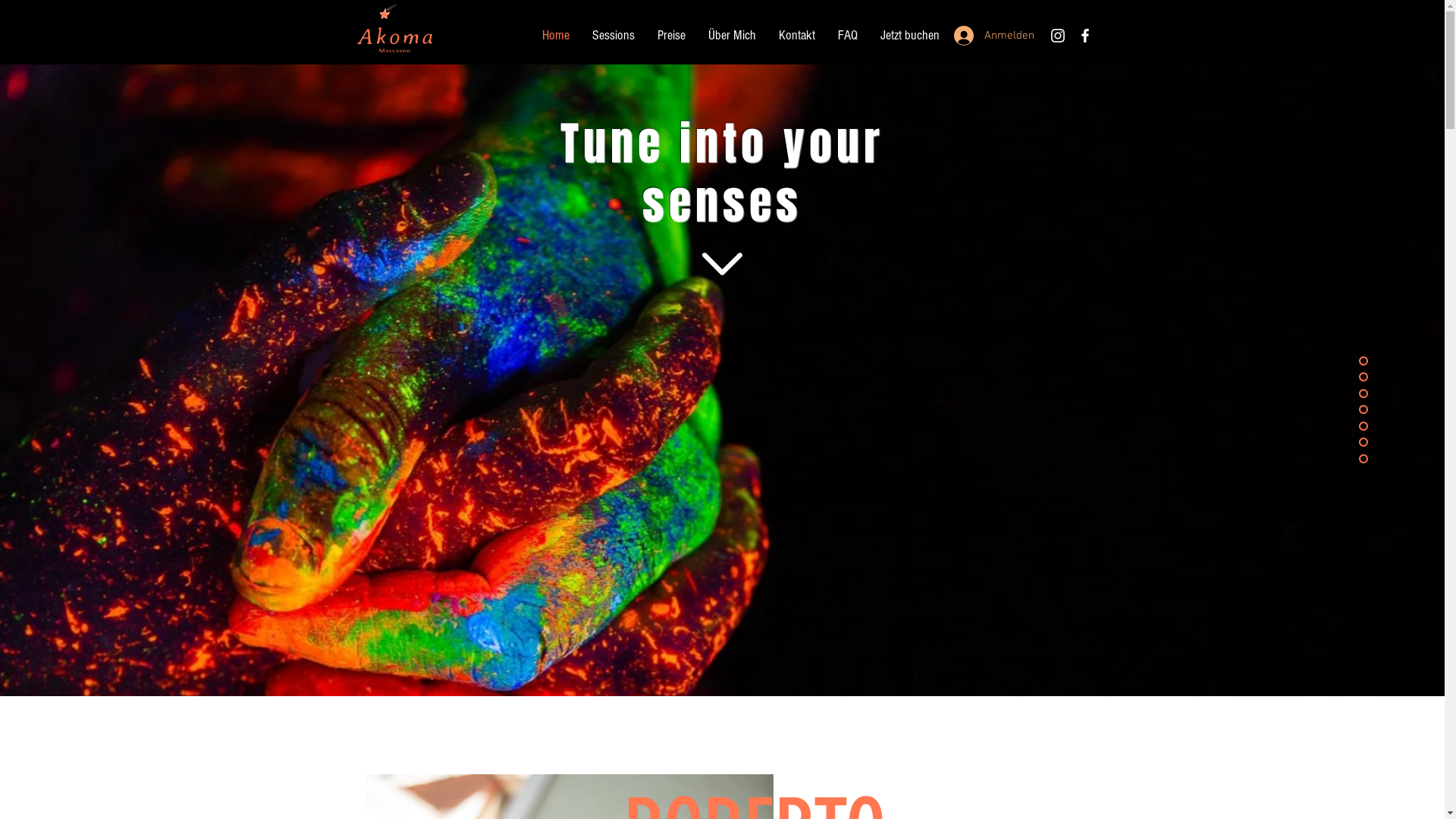  What do you see at coordinates (825, 34) in the screenshot?
I see `'FAQ'` at bounding box center [825, 34].